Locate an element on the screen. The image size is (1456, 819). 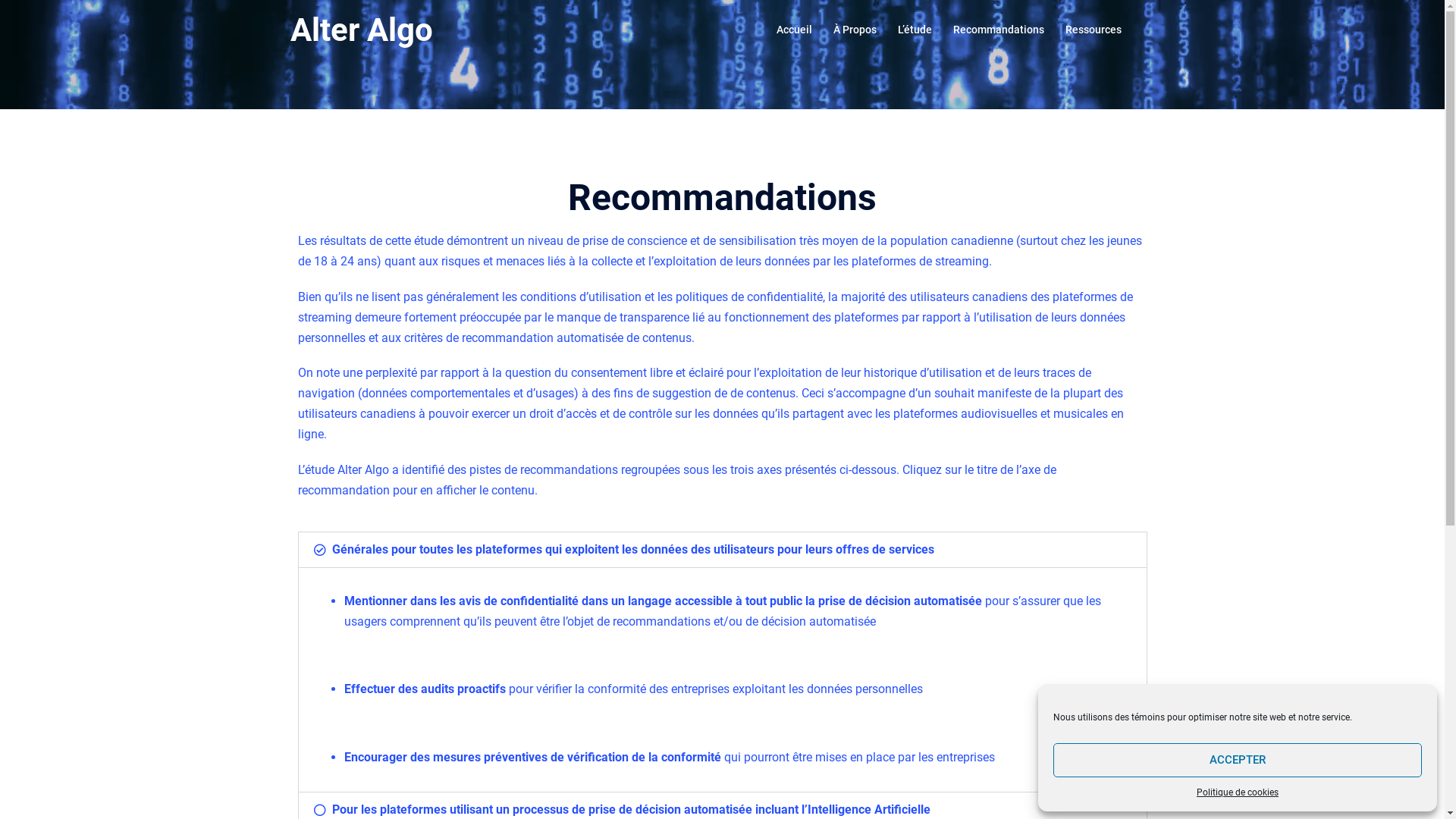
'Ressources' is located at coordinates (1092, 30).